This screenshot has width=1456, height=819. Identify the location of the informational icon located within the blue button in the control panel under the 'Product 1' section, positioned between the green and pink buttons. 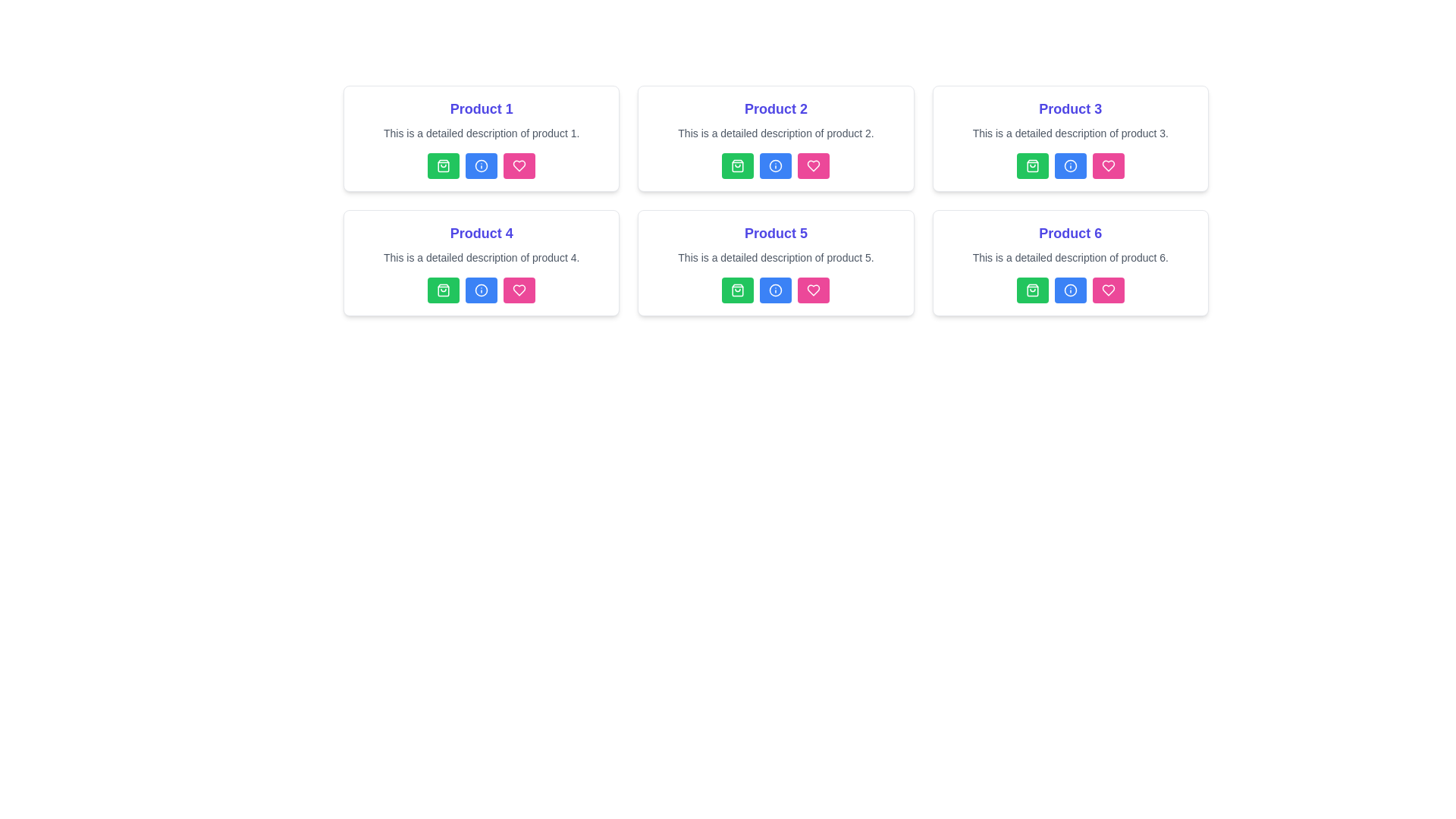
(481, 166).